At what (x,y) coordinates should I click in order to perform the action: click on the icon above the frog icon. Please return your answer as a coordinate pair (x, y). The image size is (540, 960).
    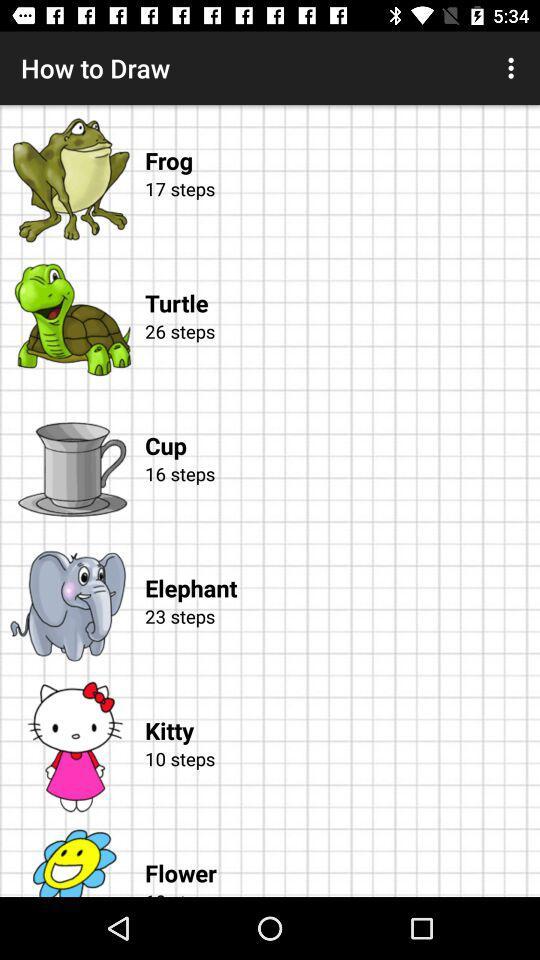
    Looking at the image, I should click on (513, 68).